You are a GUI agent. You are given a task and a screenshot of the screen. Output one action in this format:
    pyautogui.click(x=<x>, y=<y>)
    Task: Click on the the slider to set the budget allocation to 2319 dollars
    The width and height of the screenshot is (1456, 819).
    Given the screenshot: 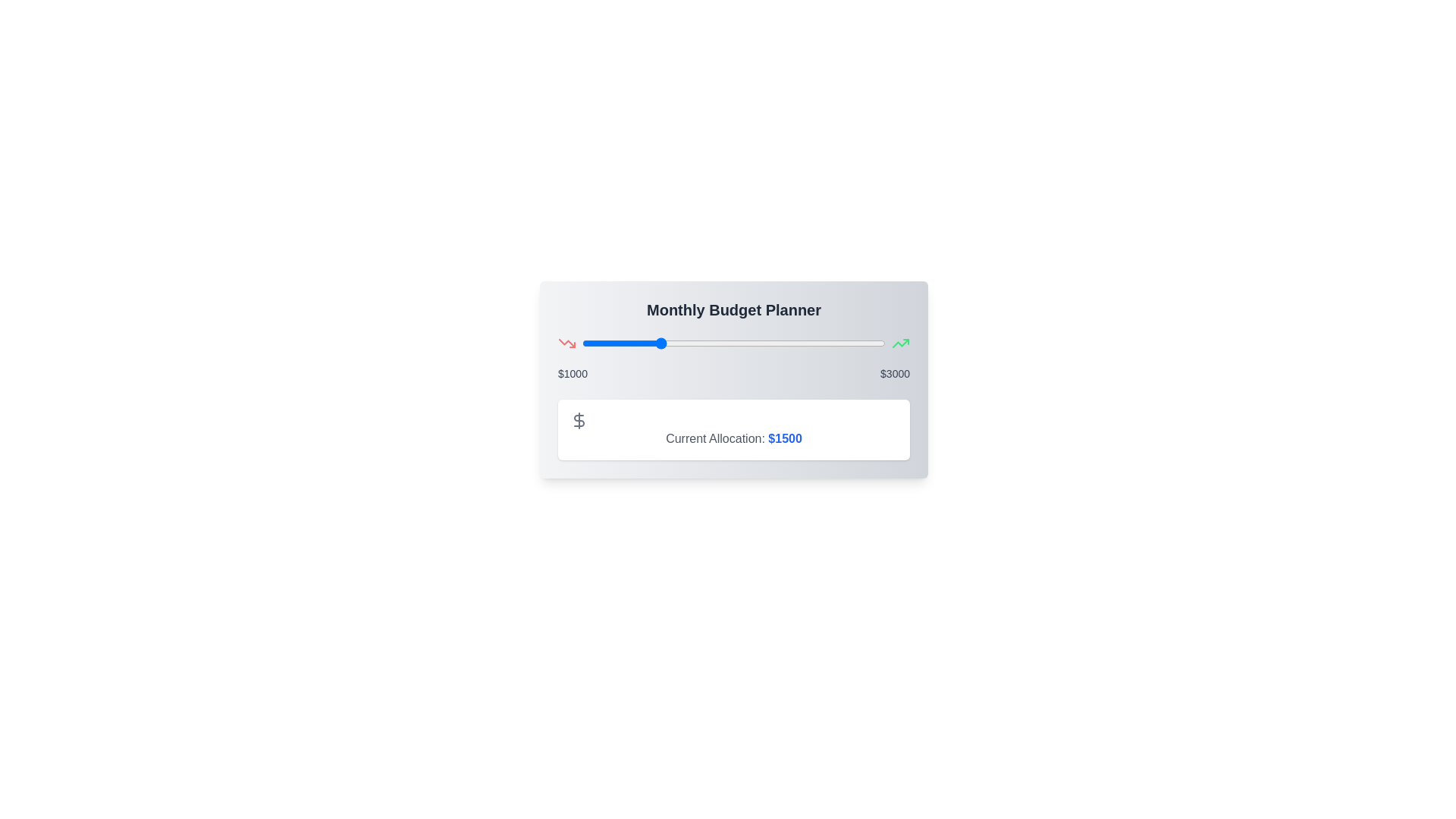 What is the action you would take?
    pyautogui.click(x=782, y=343)
    